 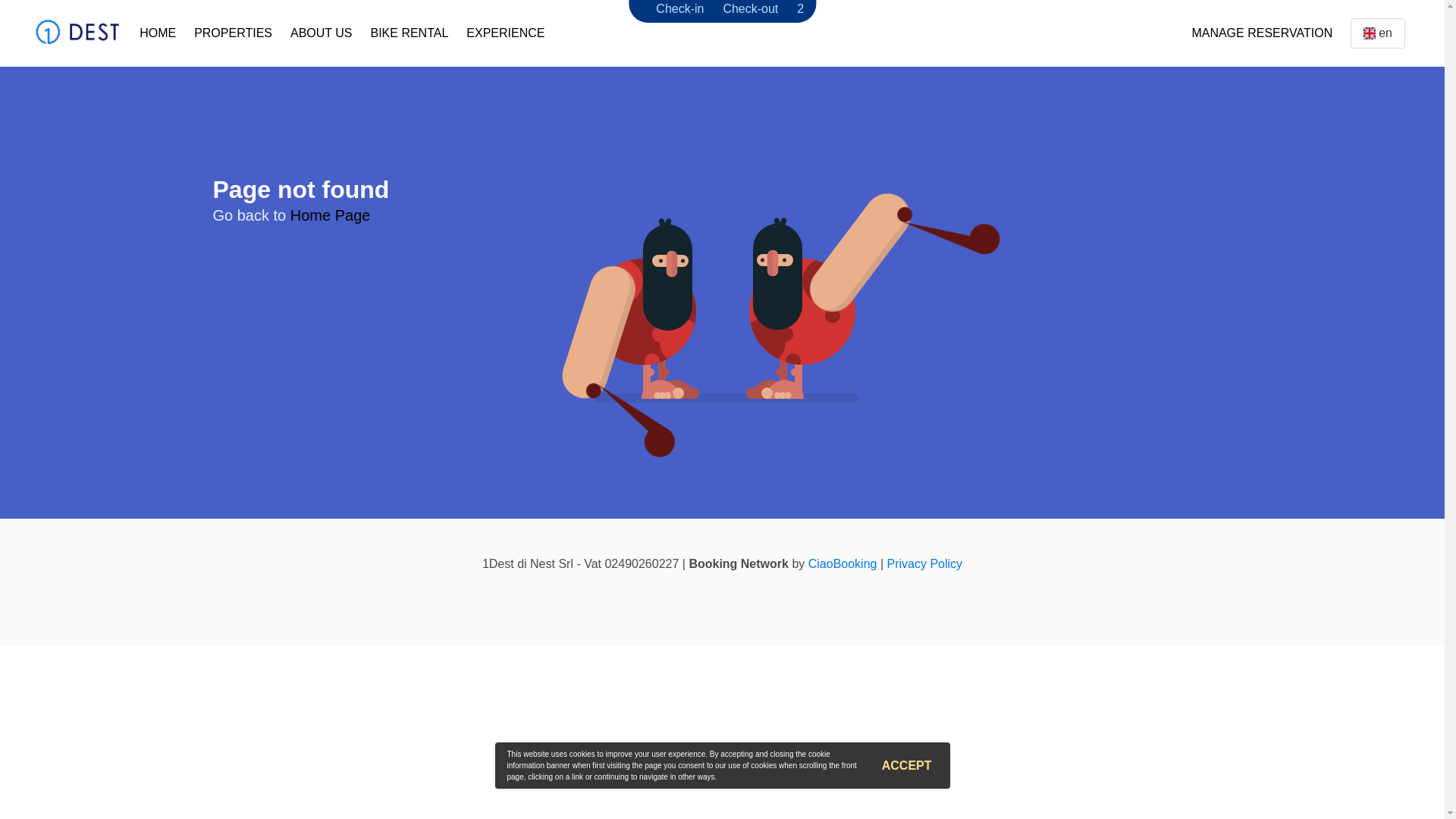 I want to click on 'CiaoBooking', so click(x=842, y=563).